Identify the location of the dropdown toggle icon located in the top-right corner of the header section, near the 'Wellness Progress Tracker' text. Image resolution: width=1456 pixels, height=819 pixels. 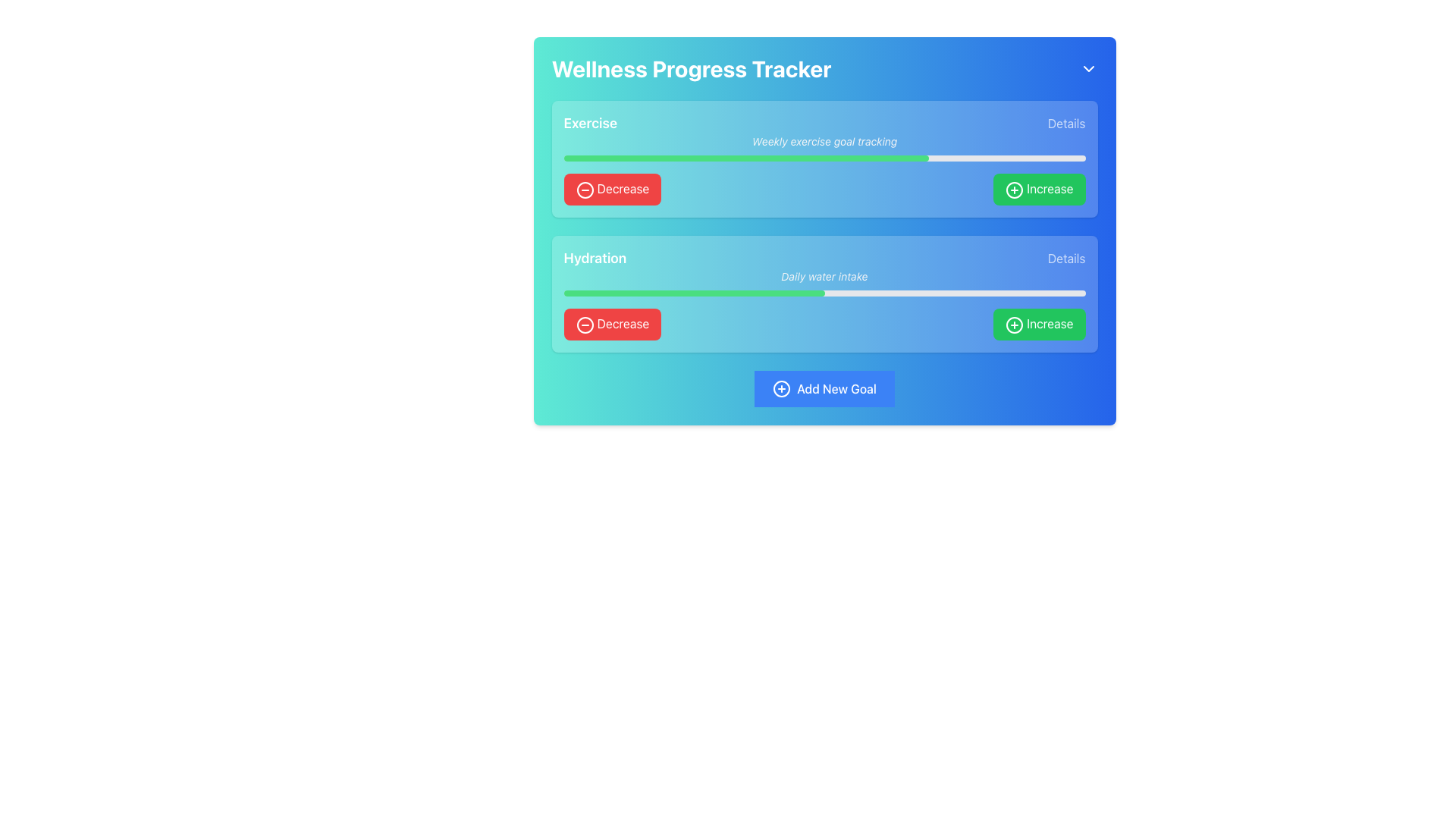
(1087, 69).